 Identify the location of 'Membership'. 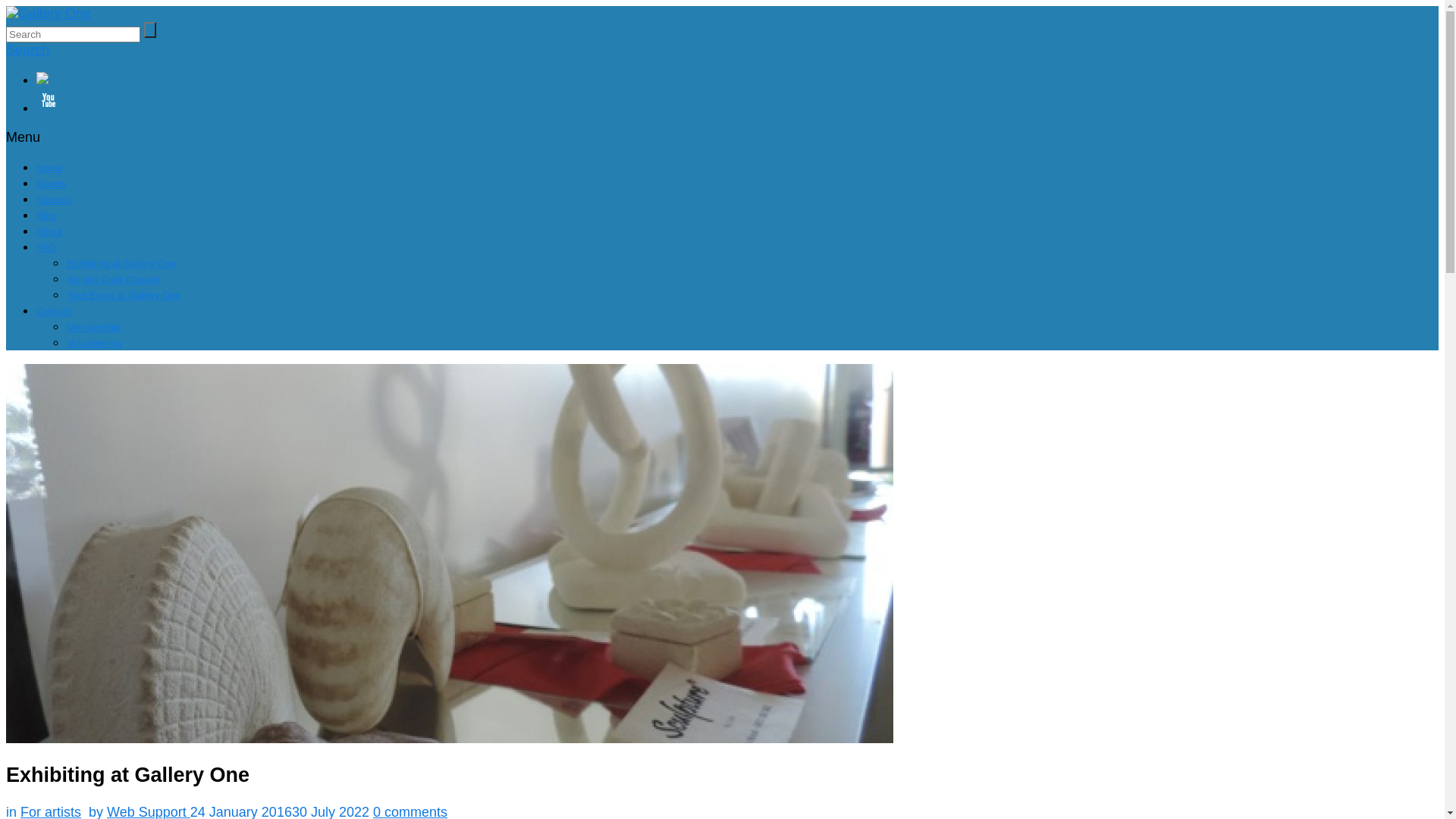
(93, 326).